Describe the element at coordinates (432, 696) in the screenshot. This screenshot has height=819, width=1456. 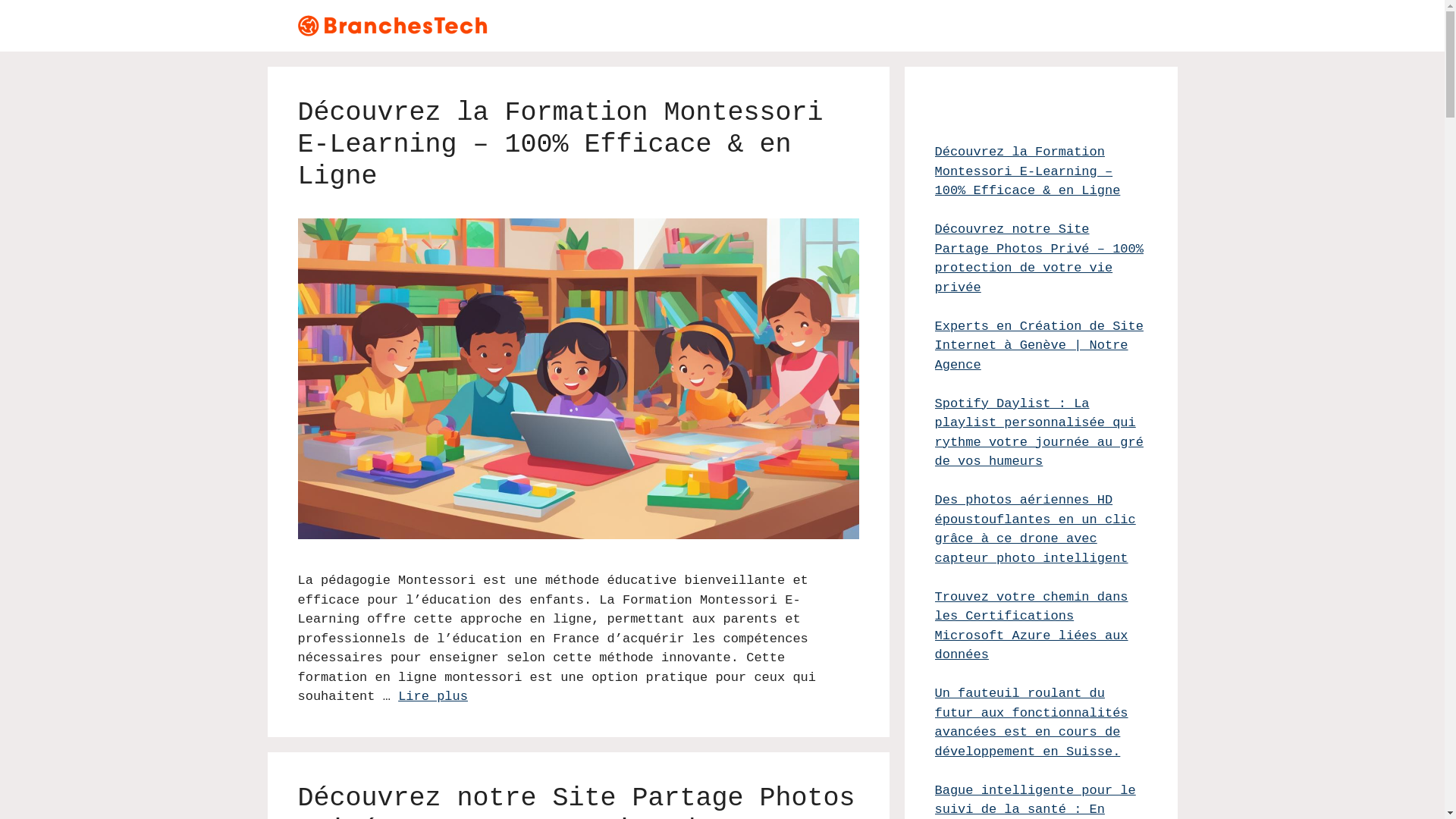
I see `'Lire plus'` at that location.